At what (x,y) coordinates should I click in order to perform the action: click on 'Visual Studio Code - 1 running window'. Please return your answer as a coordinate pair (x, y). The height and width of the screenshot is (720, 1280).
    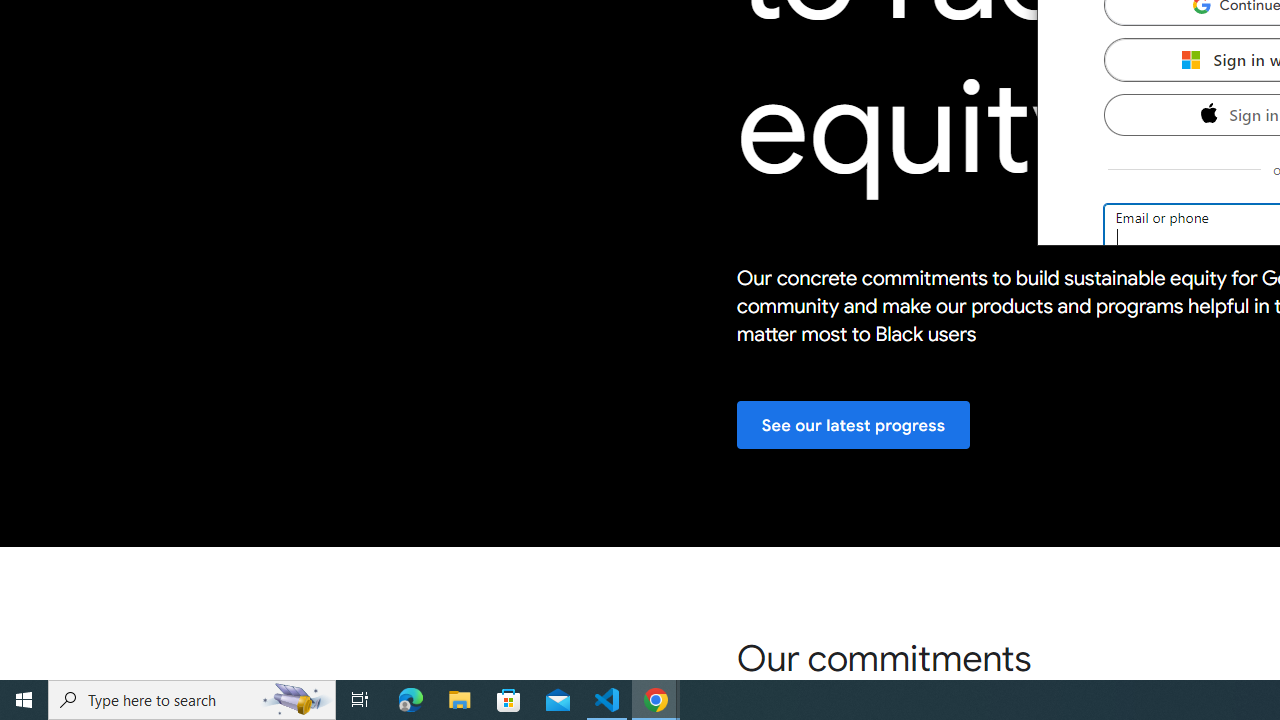
    Looking at the image, I should click on (606, 698).